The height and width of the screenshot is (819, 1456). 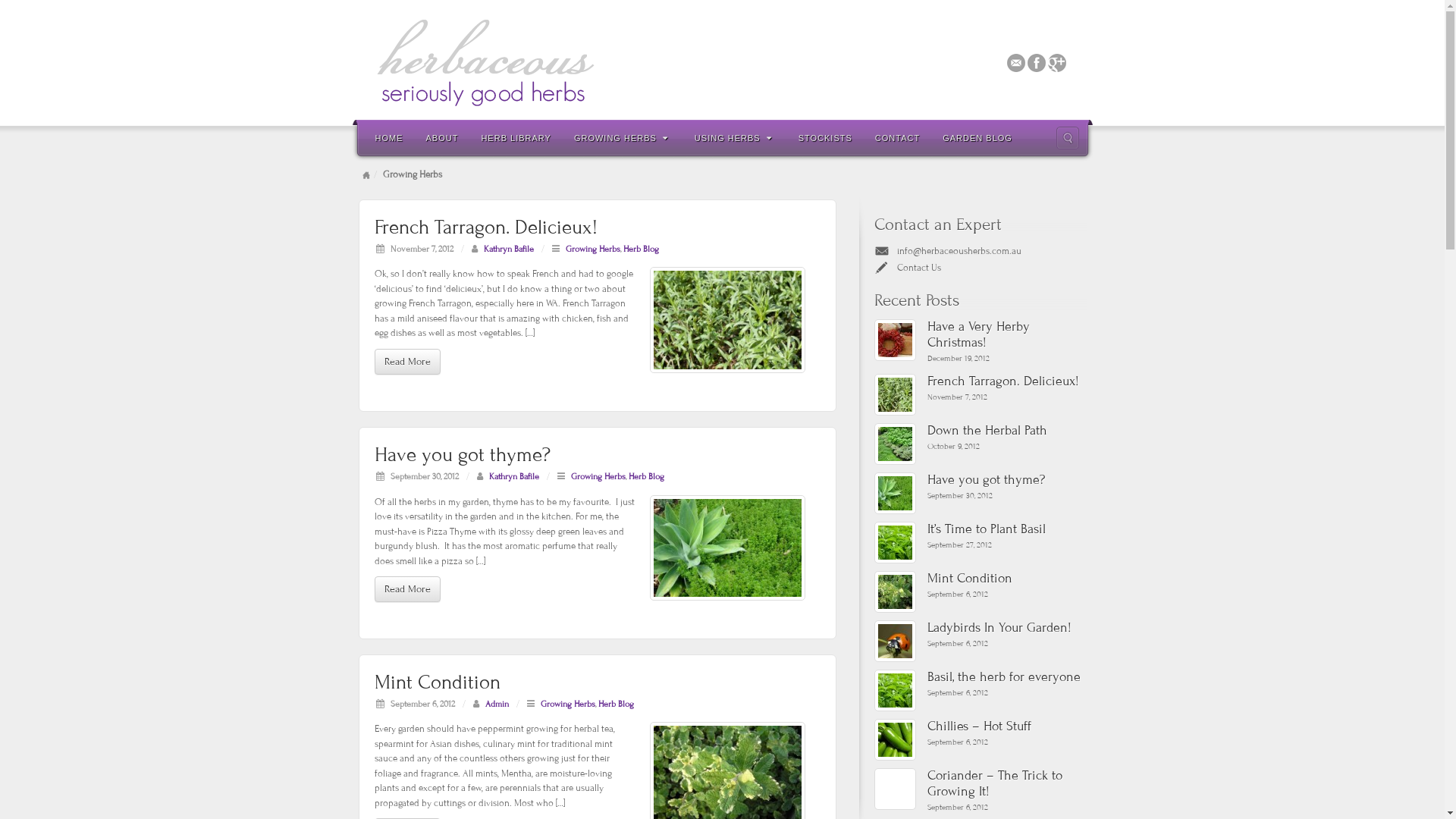 I want to click on 'Down the Herbal Path', so click(x=1006, y=431).